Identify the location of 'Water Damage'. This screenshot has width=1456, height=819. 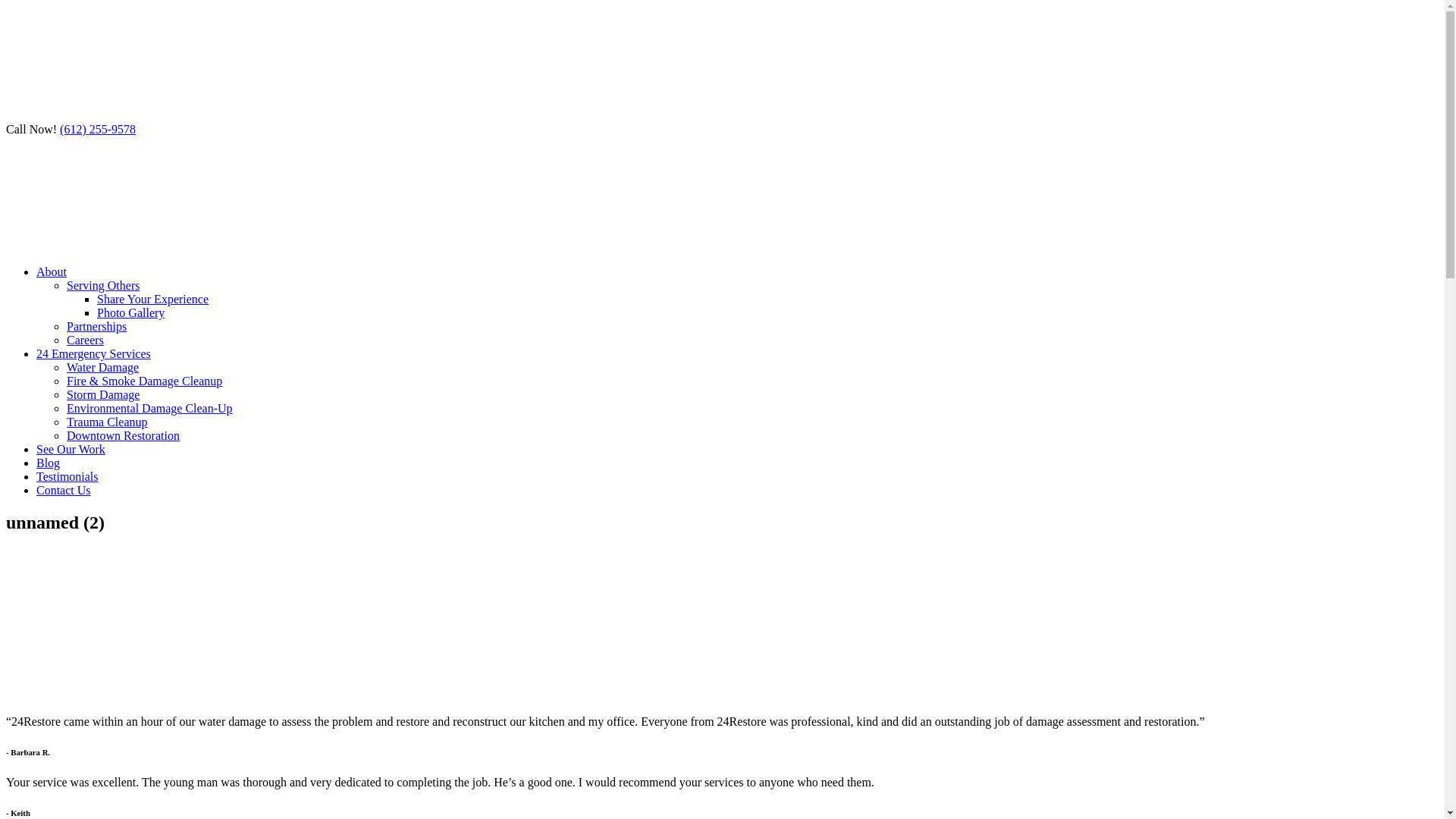
(102, 367).